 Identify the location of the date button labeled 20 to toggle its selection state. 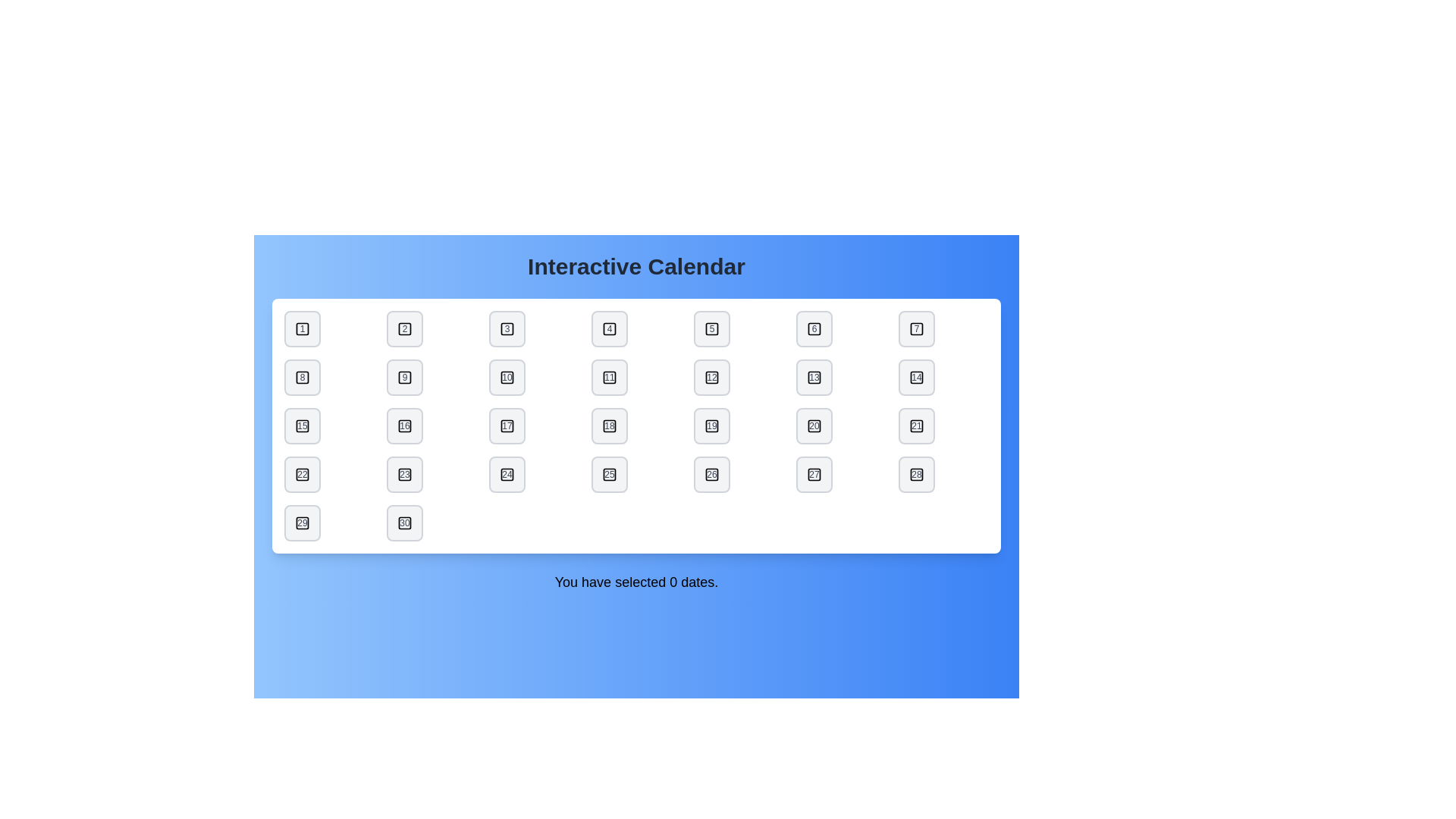
(814, 426).